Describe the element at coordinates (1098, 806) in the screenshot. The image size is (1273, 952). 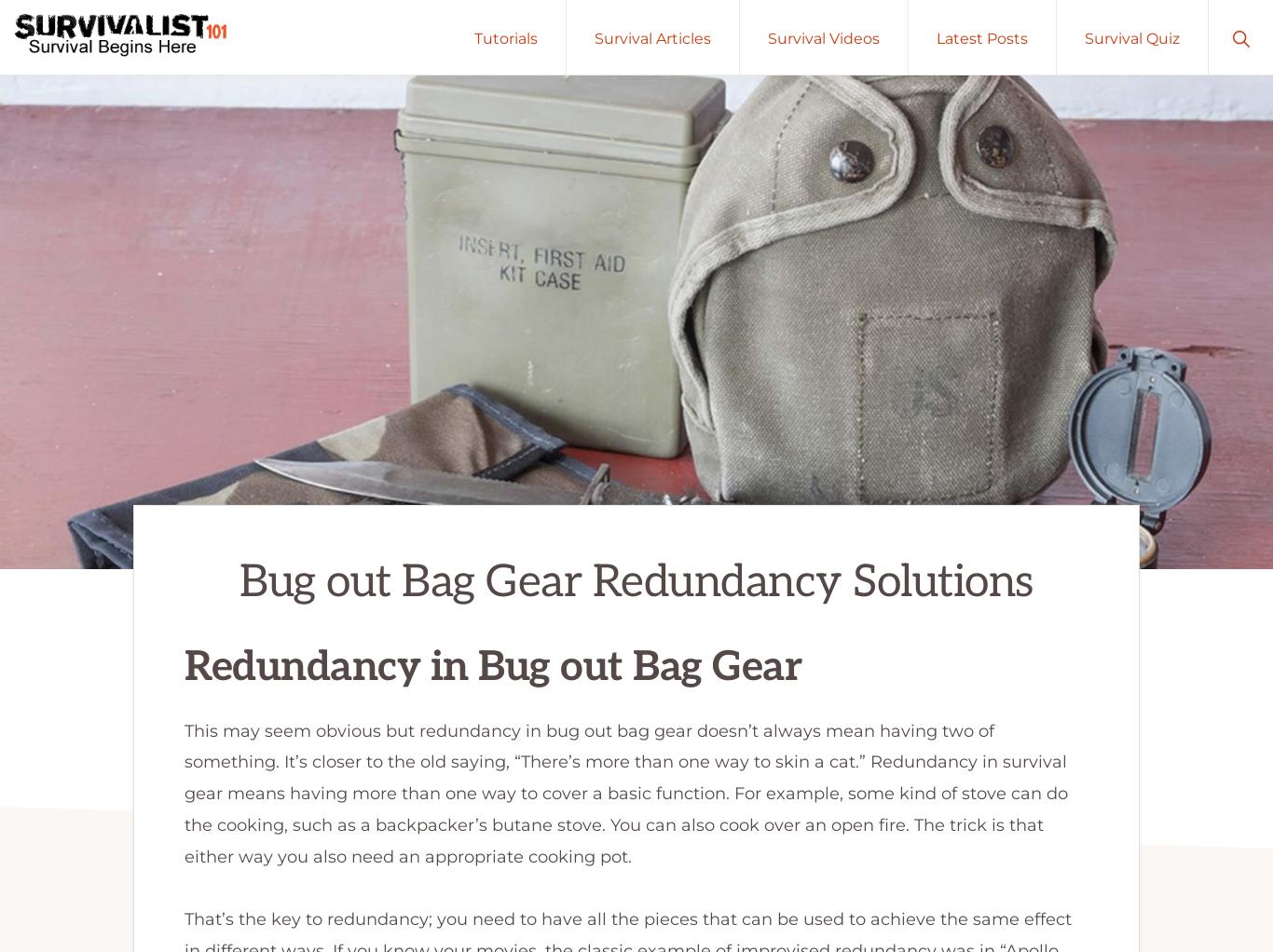
I see `'About Us'` at that location.